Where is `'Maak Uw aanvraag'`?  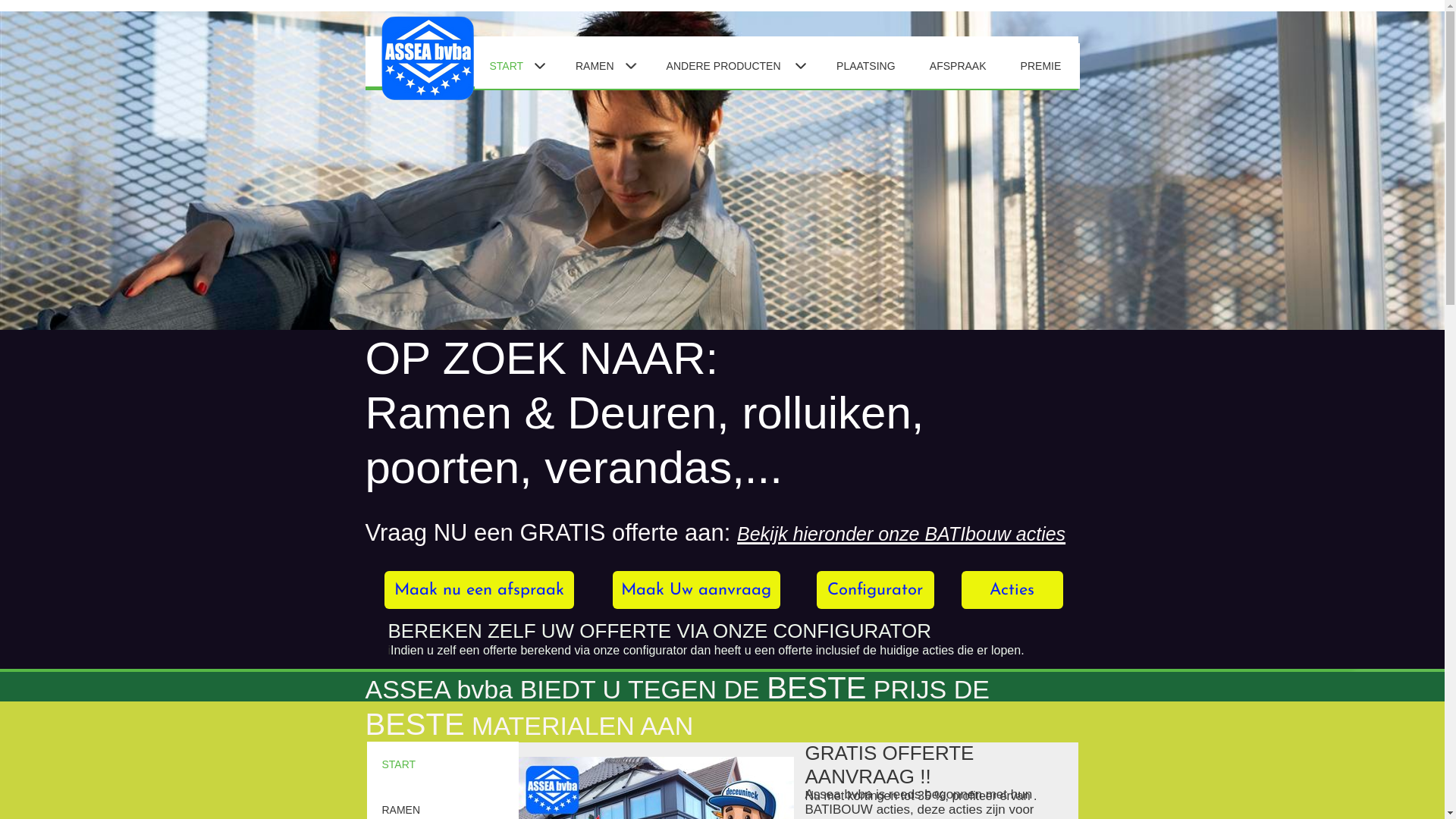
'Maak Uw aanvraag' is located at coordinates (695, 589).